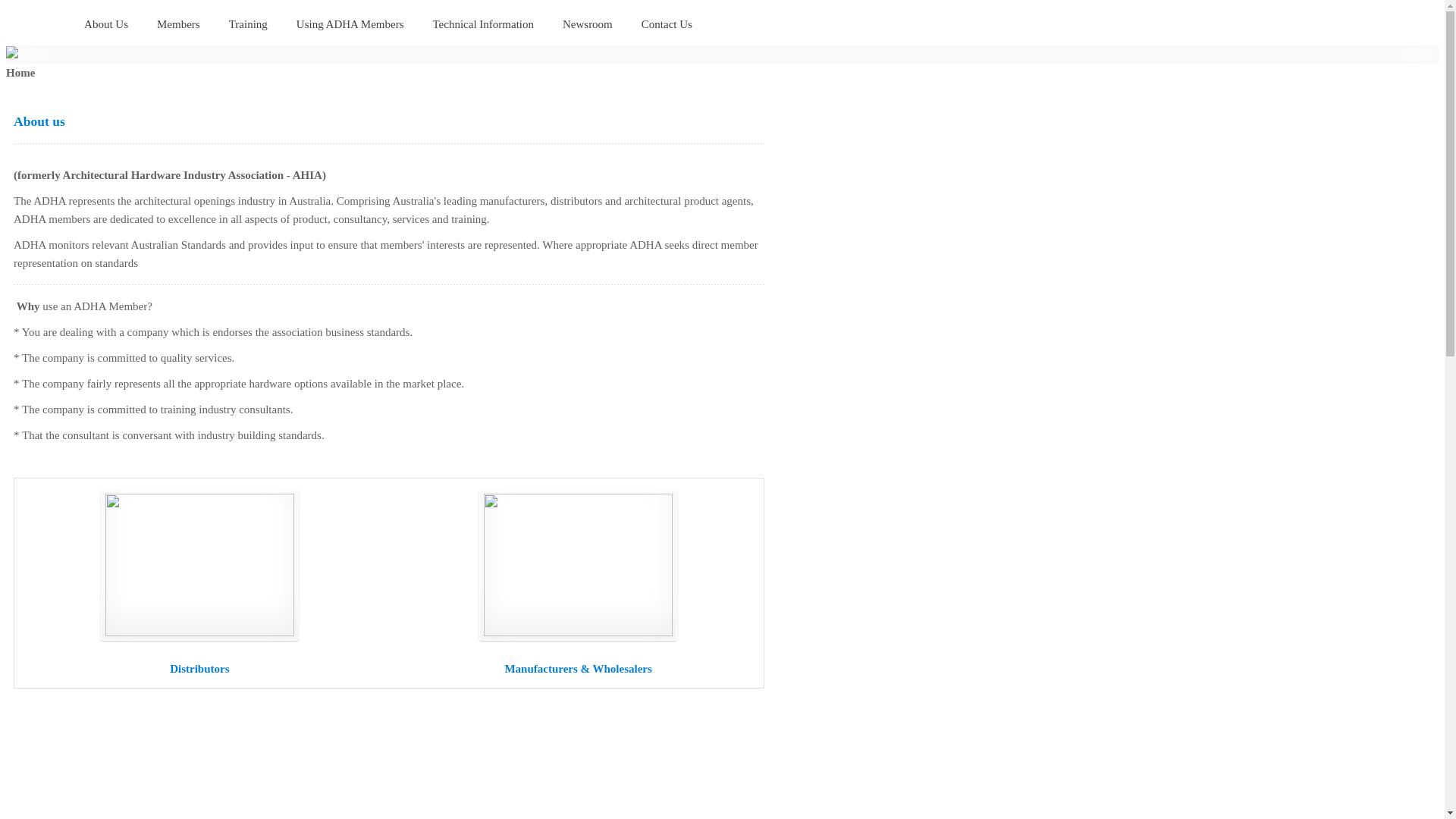  I want to click on 'Contact Us', so click(667, 25).